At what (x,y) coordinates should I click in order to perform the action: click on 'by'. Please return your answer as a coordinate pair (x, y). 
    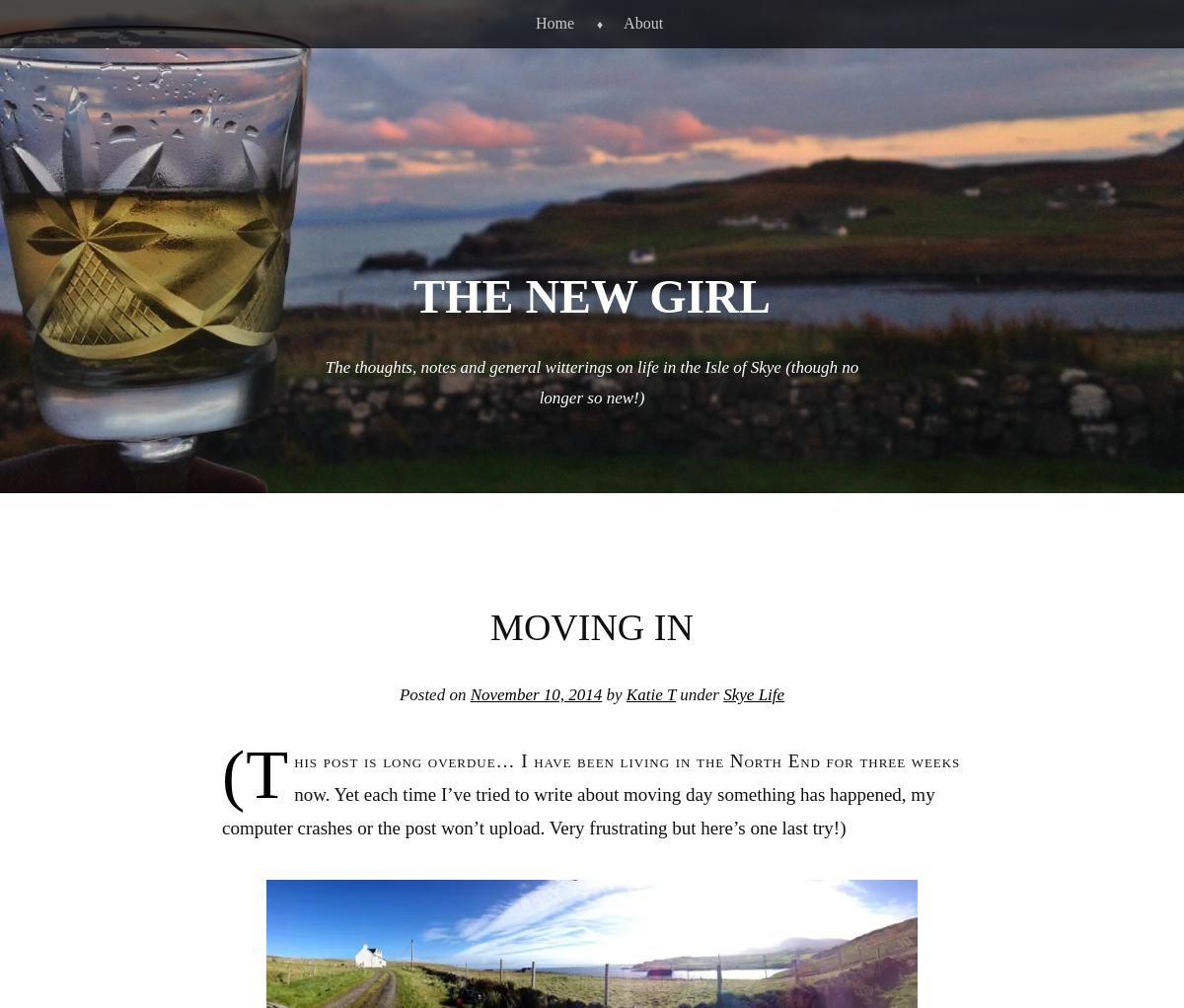
    Looking at the image, I should click on (601, 693).